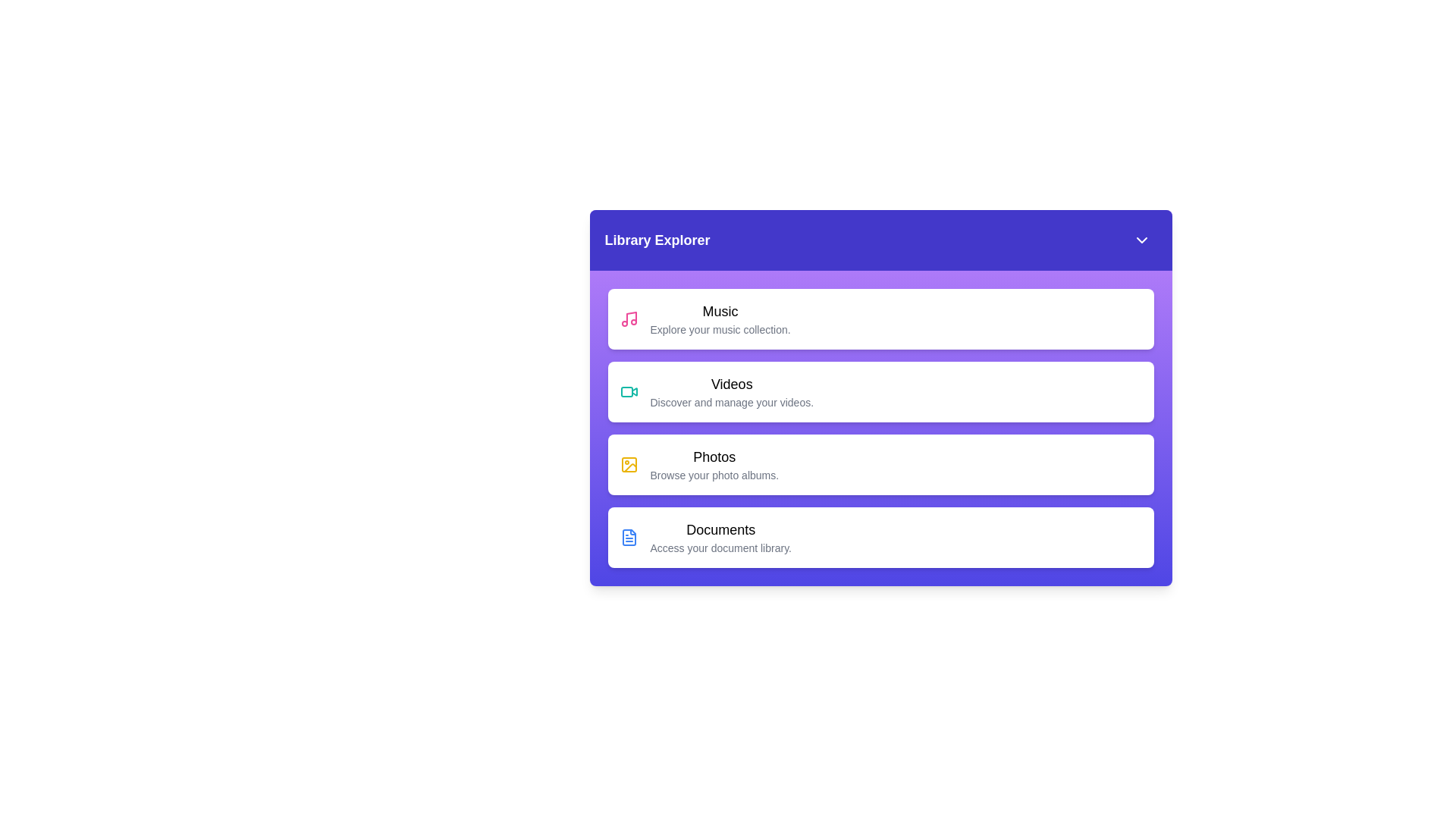  What do you see at coordinates (629, 318) in the screenshot?
I see `the icon representing the Music category` at bounding box center [629, 318].